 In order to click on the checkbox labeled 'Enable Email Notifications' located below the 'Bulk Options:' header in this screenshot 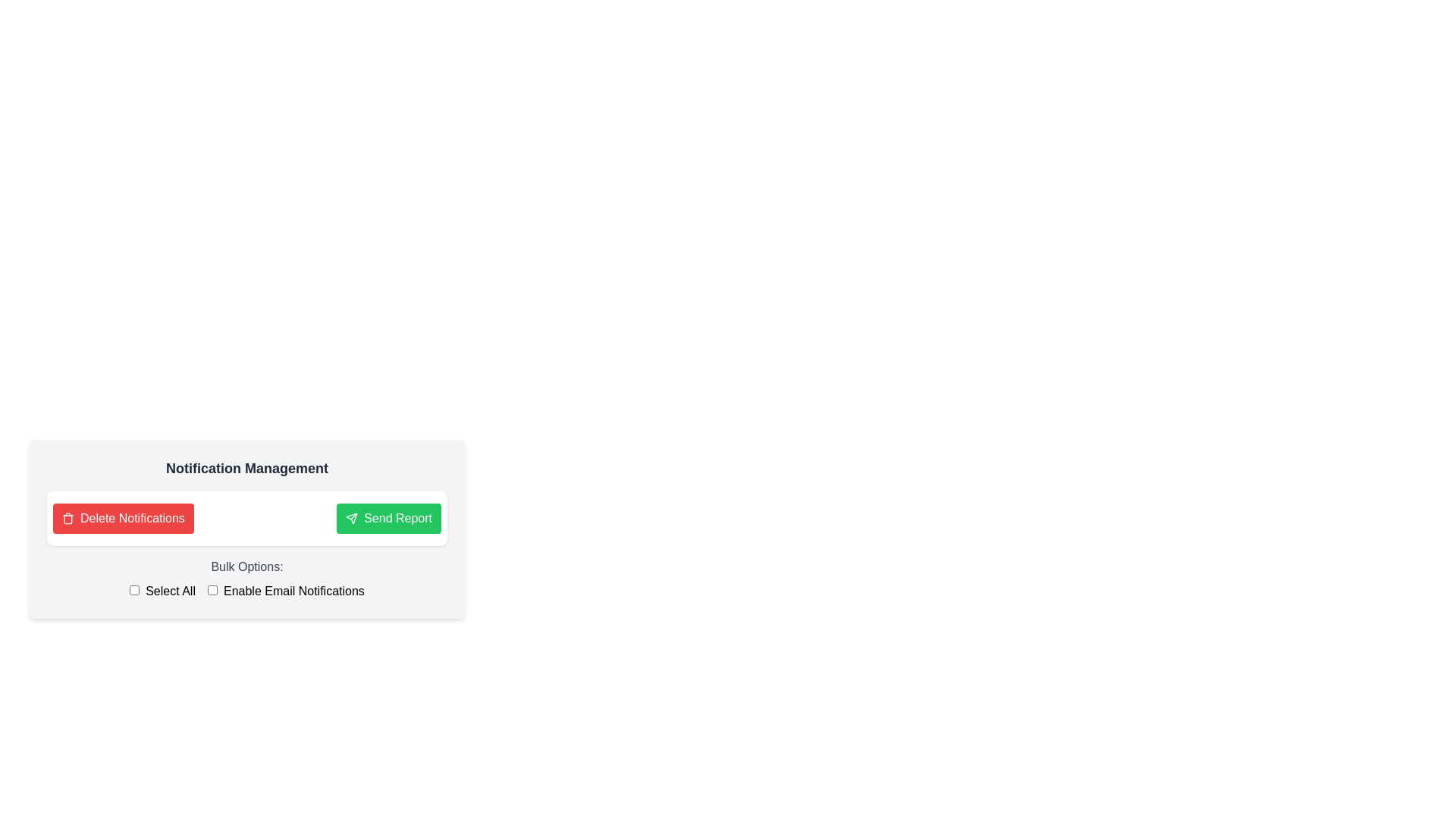, I will do `click(212, 589)`.